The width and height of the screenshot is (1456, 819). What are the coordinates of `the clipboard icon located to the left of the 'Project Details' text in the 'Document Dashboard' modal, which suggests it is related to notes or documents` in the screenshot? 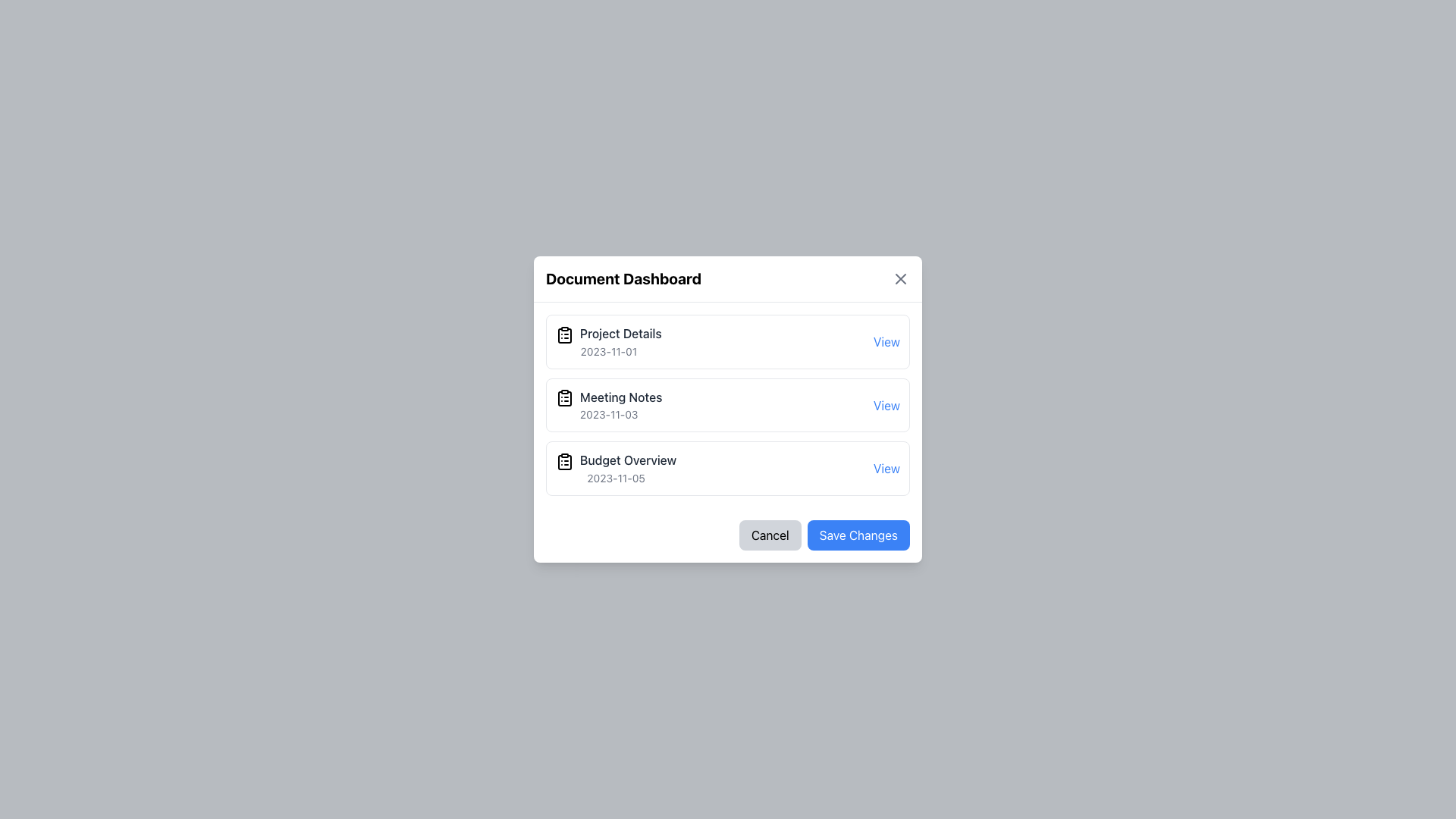 It's located at (563, 333).